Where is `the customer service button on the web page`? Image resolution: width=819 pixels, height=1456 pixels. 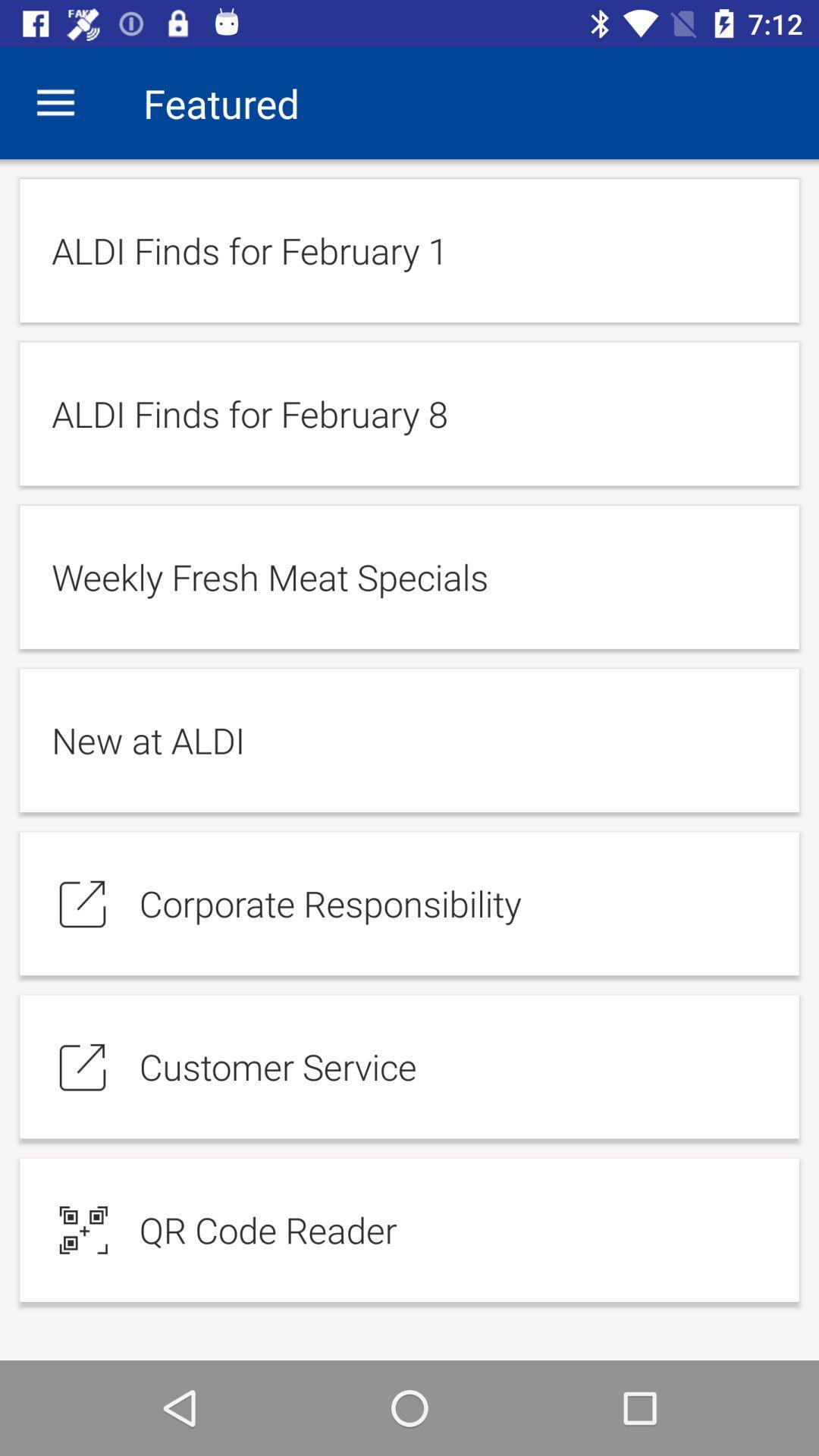
the customer service button on the web page is located at coordinates (409, 1066).